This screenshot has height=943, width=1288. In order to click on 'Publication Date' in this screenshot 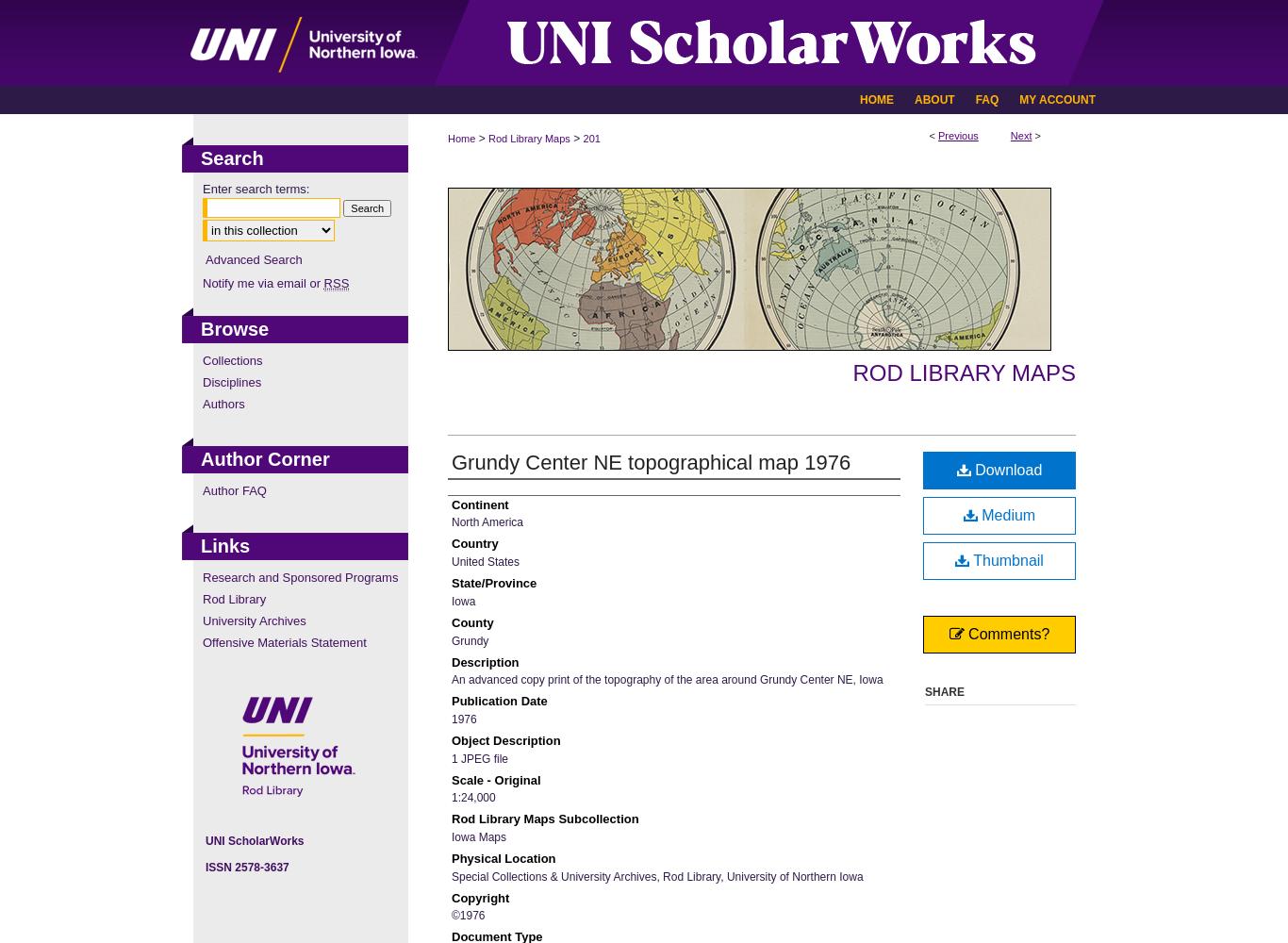, I will do `click(452, 700)`.